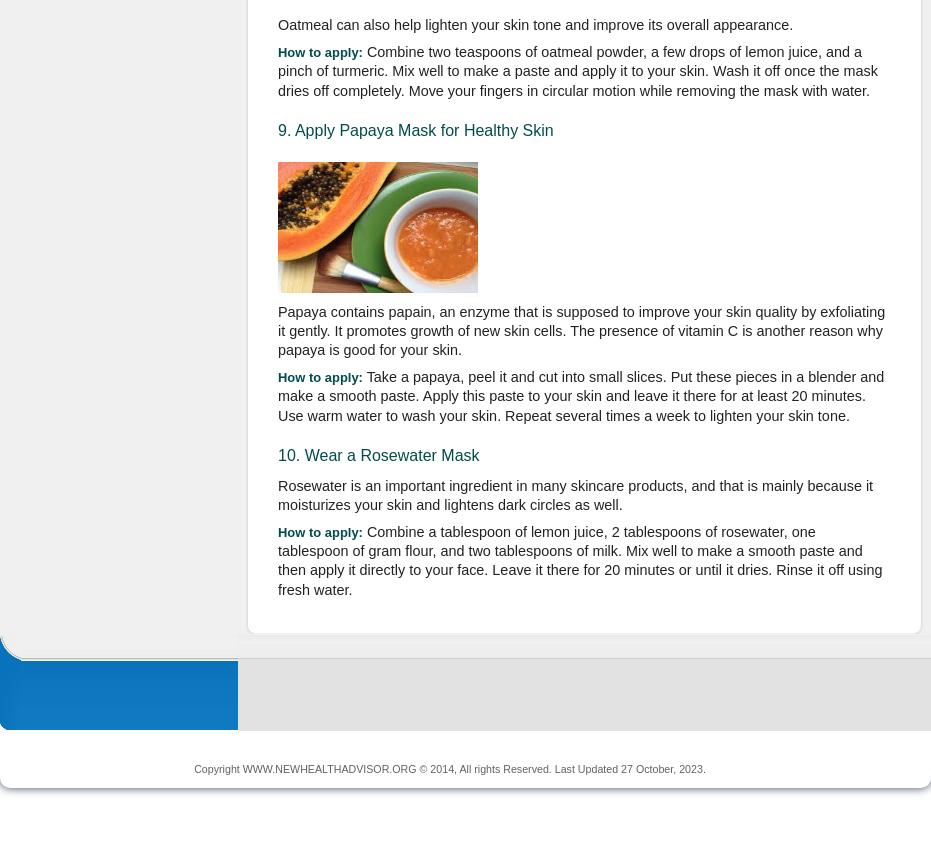  Describe the element at coordinates (193, 766) in the screenshot. I see `'Copyright'` at that location.